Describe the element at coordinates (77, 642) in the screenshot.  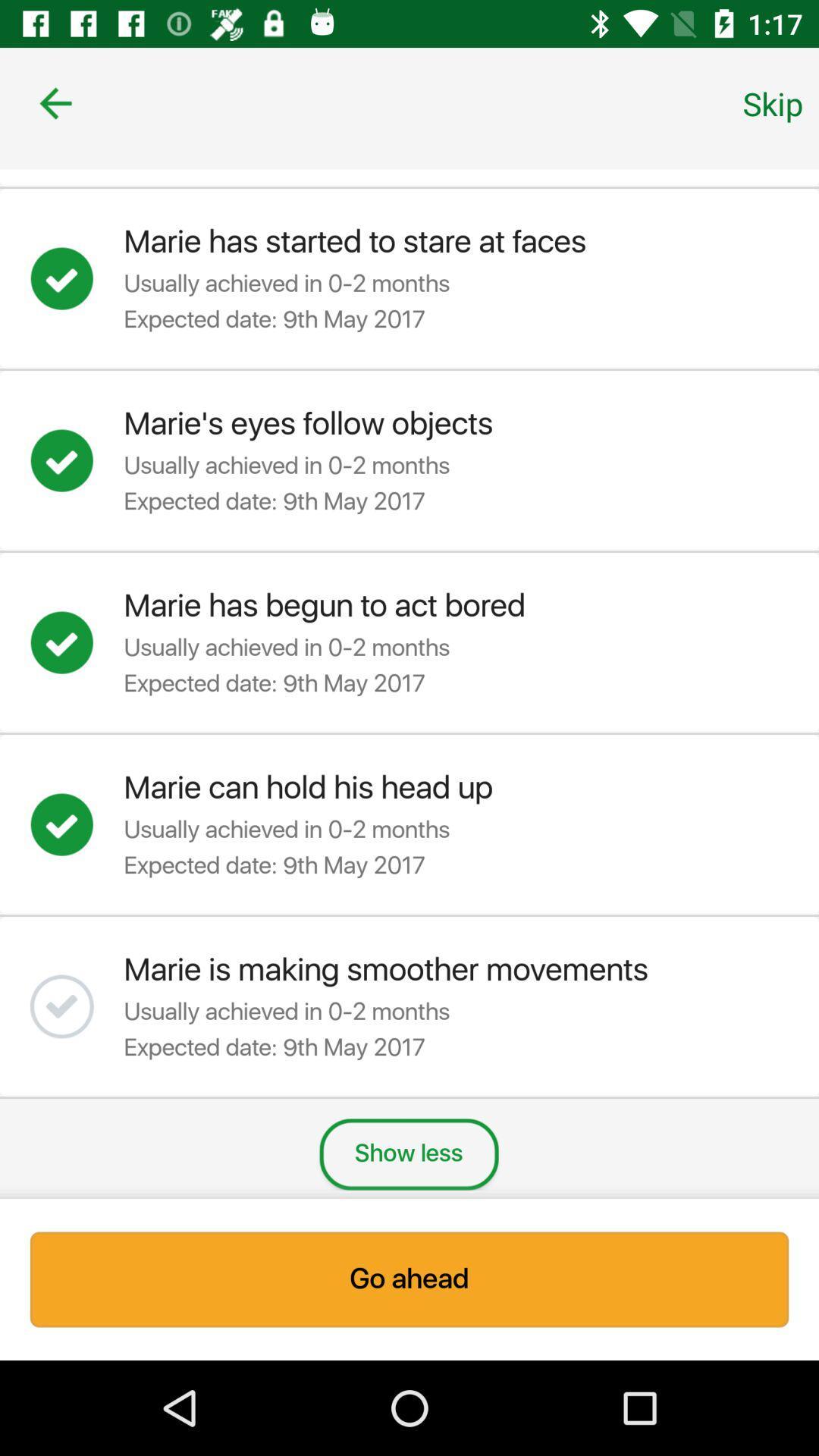
I see `selects a particular function` at that location.